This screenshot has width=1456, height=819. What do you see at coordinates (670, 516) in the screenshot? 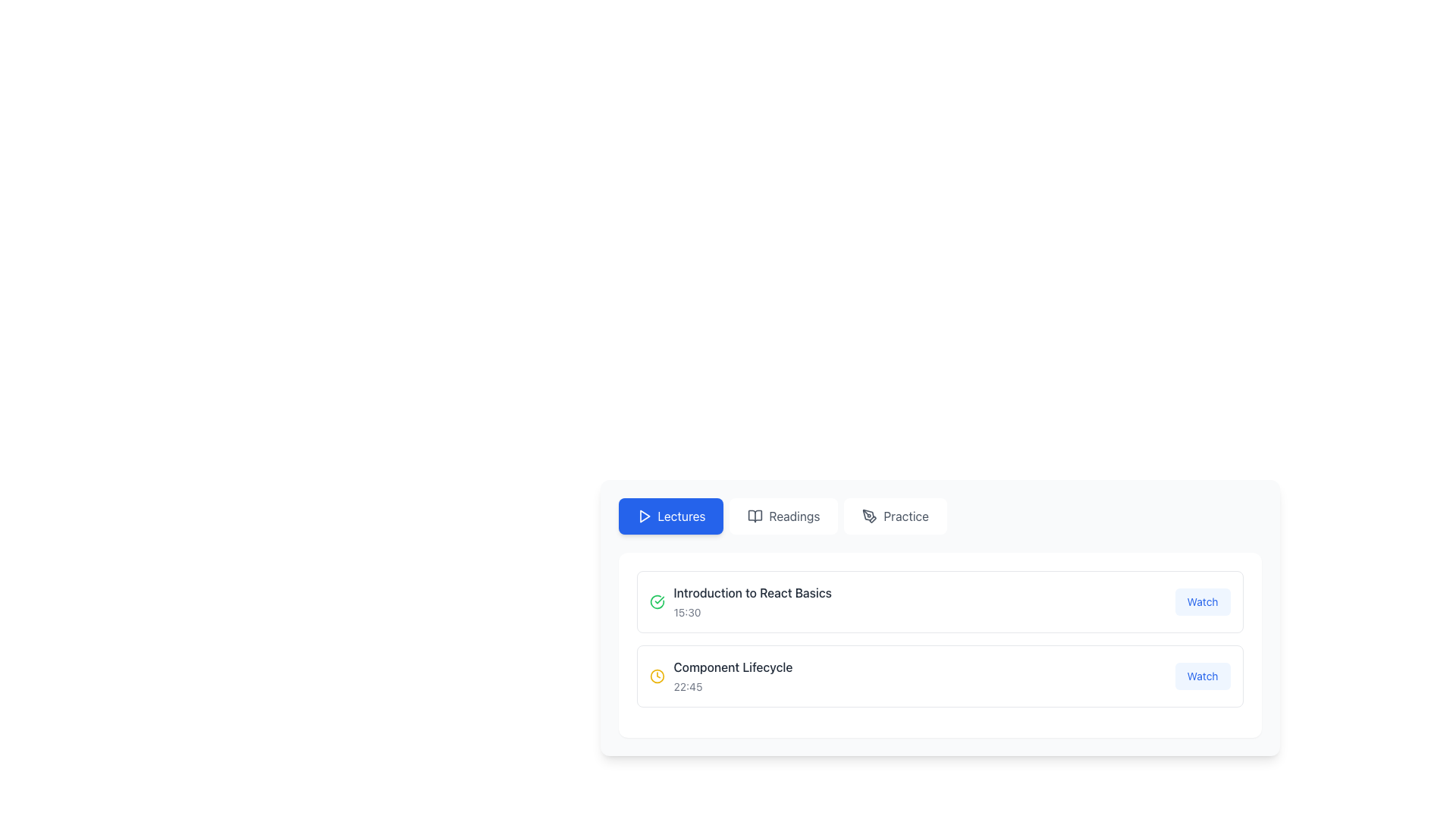
I see `the 'Lectures' button, which is a rectangular button with rounded corners, a blue background, and white text` at bounding box center [670, 516].